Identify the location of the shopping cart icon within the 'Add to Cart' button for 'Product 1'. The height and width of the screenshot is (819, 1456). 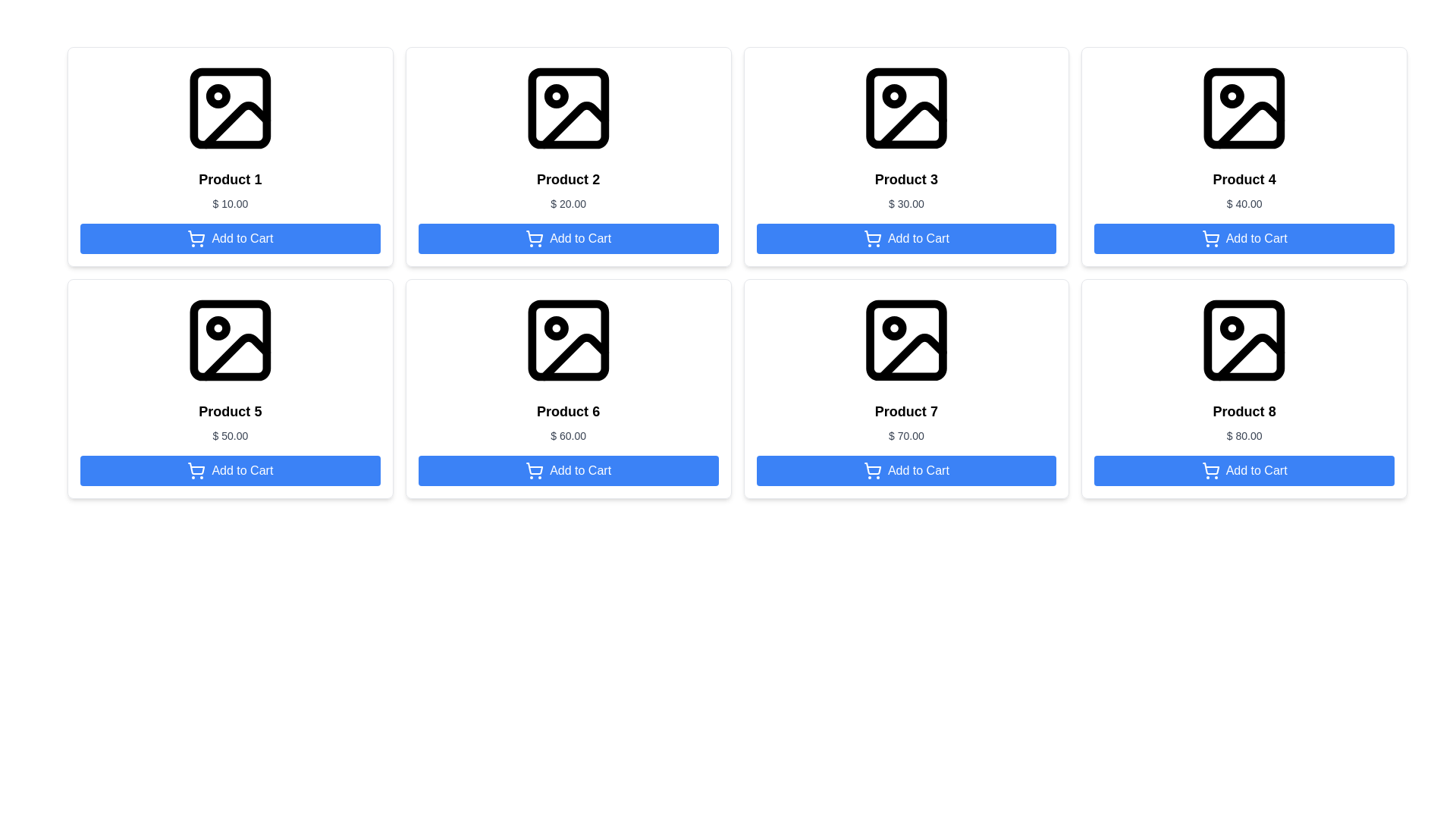
(196, 239).